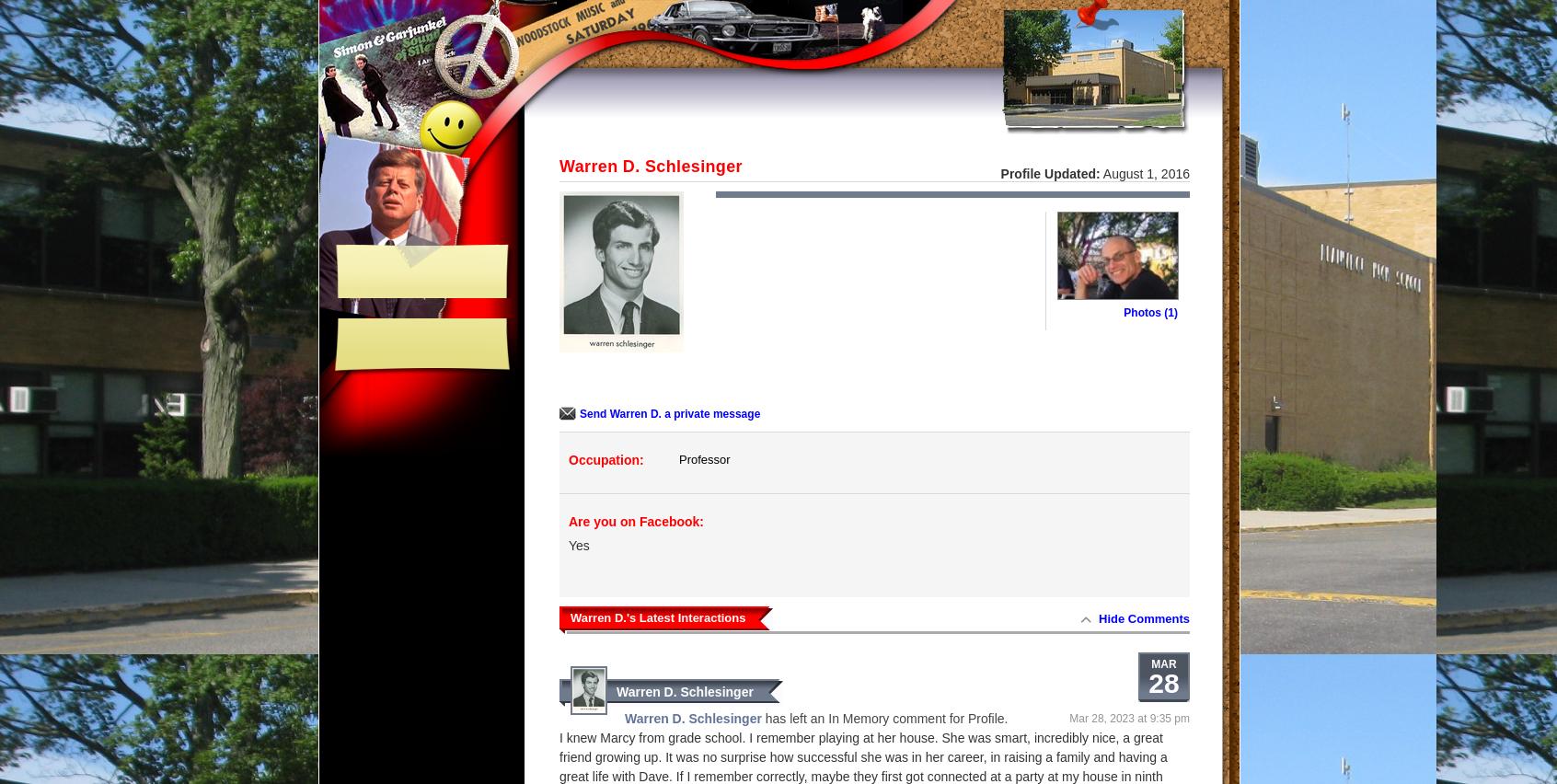  What do you see at coordinates (578, 413) in the screenshot?
I see `'Send Warren D. a private message'` at bounding box center [578, 413].